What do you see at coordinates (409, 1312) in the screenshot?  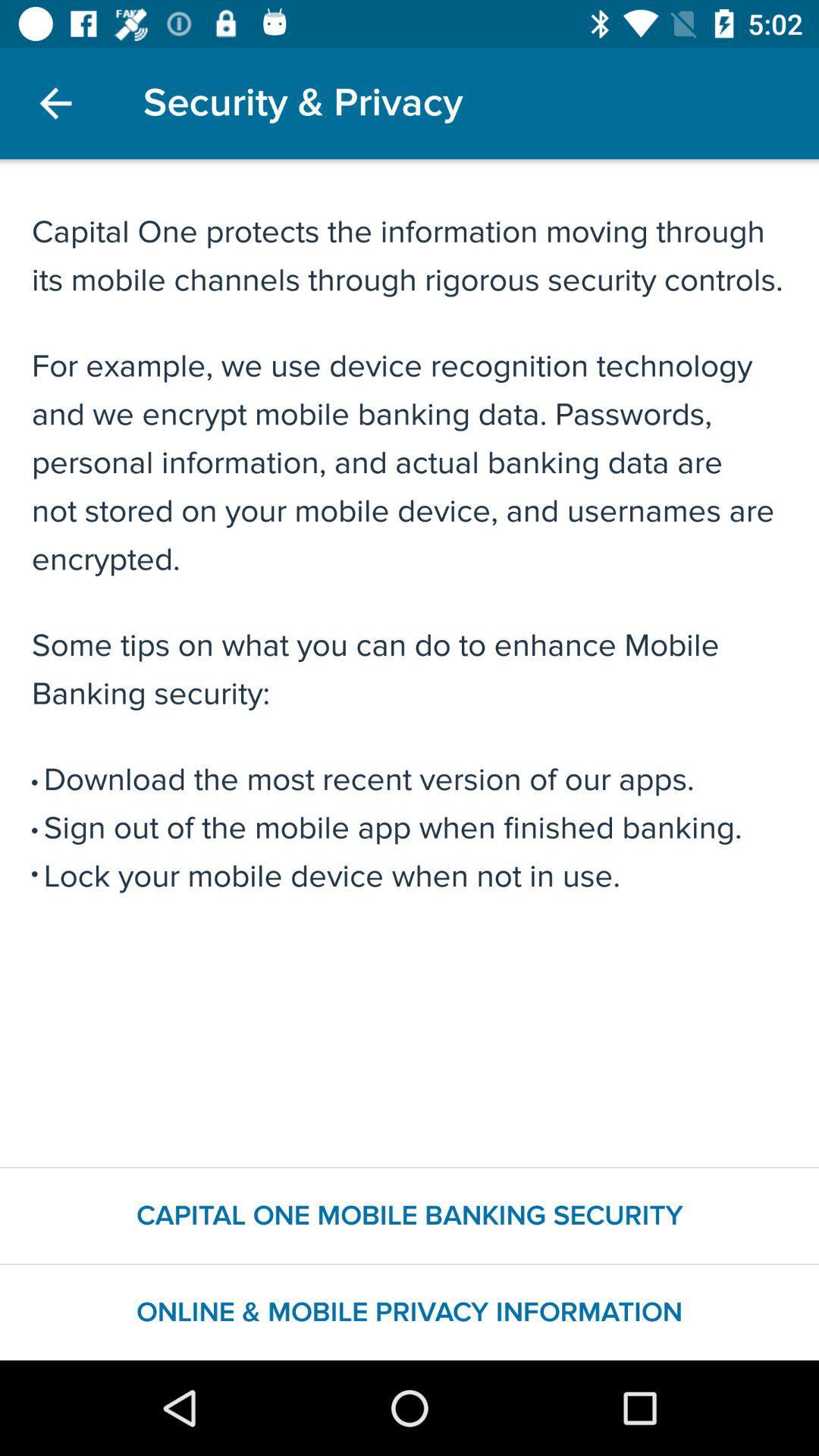 I see `online mobile privacy item` at bounding box center [409, 1312].